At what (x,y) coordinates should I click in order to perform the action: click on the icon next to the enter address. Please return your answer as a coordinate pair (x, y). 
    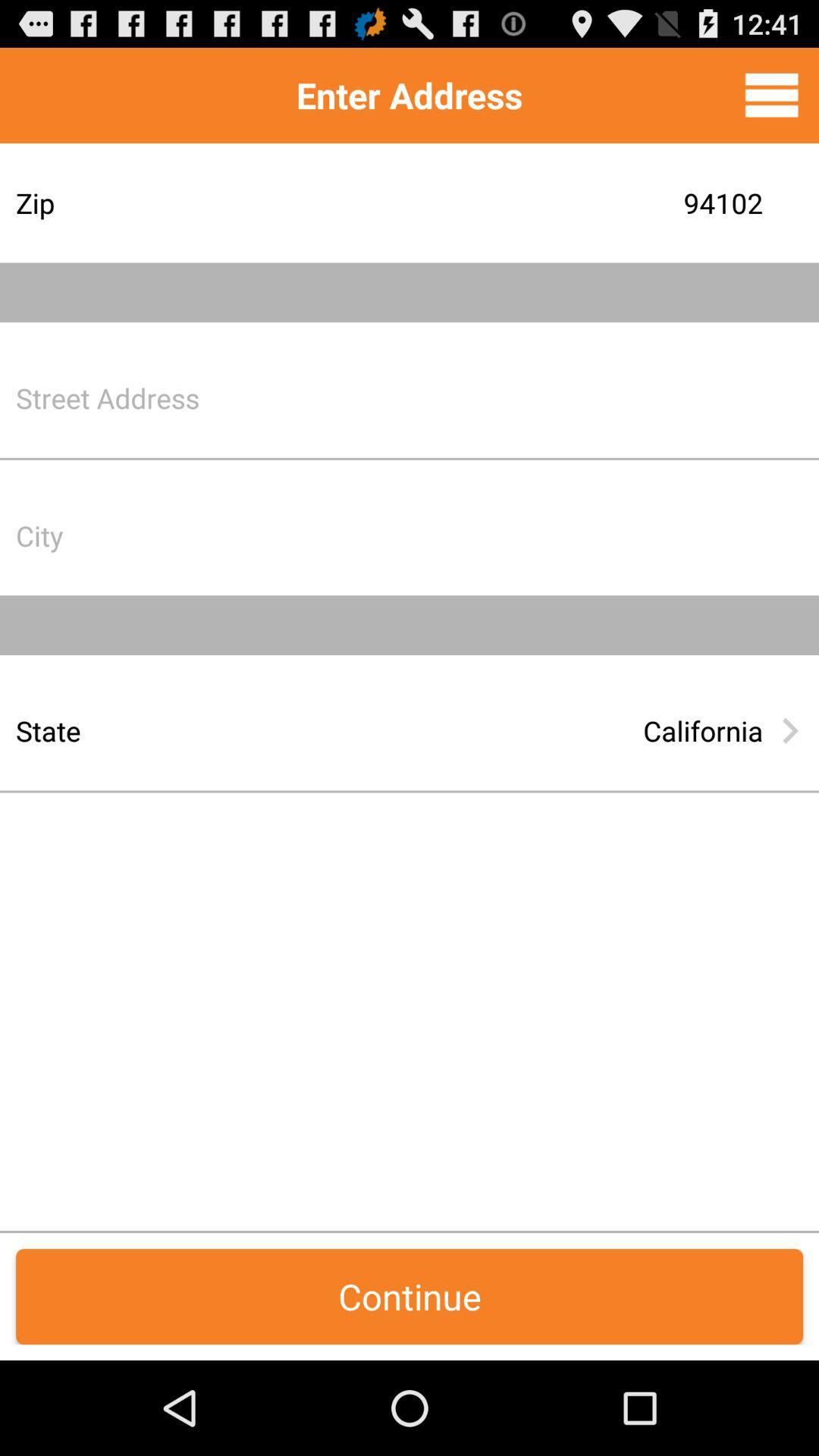
    Looking at the image, I should click on (771, 94).